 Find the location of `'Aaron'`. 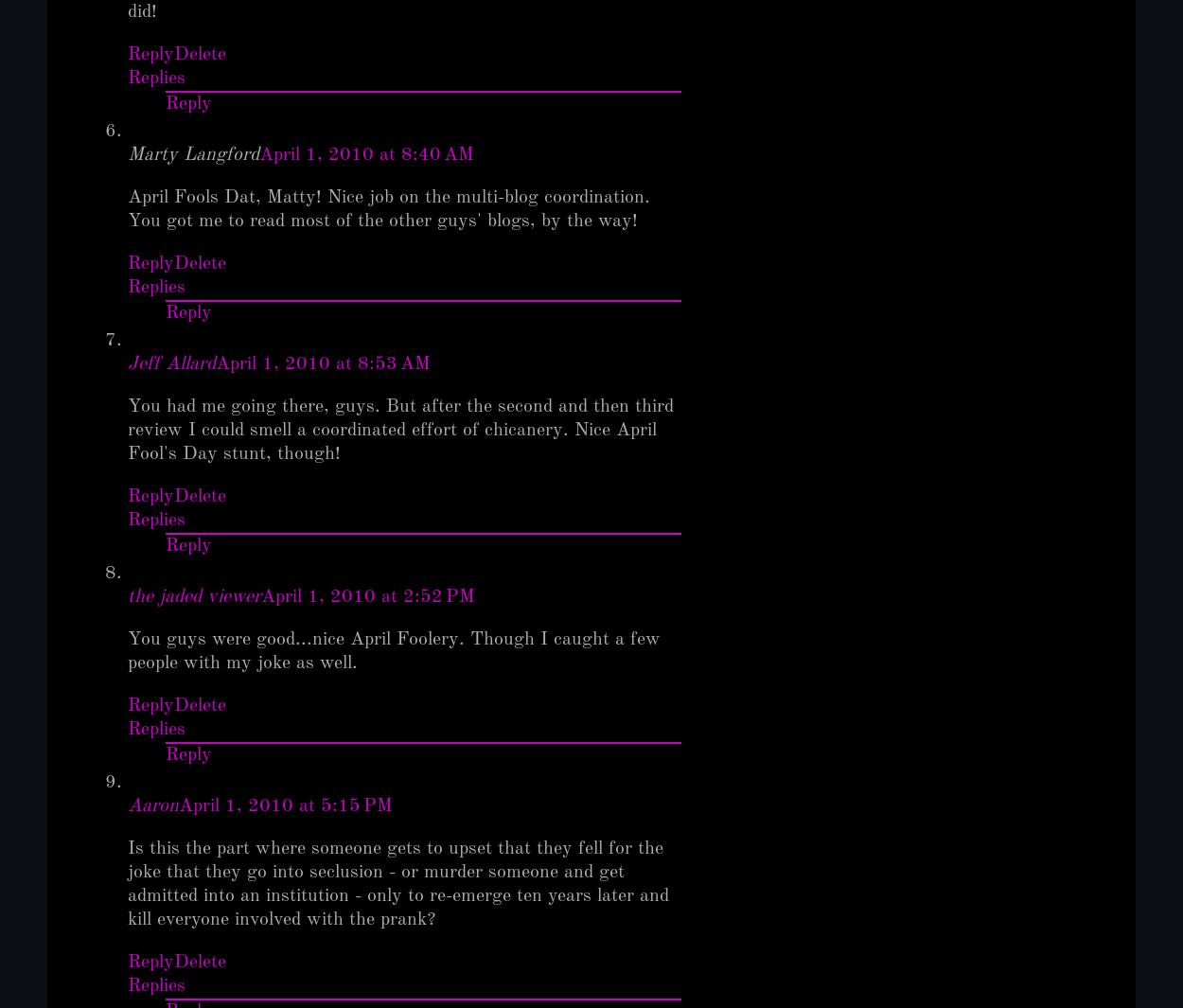

'Aaron' is located at coordinates (153, 806).